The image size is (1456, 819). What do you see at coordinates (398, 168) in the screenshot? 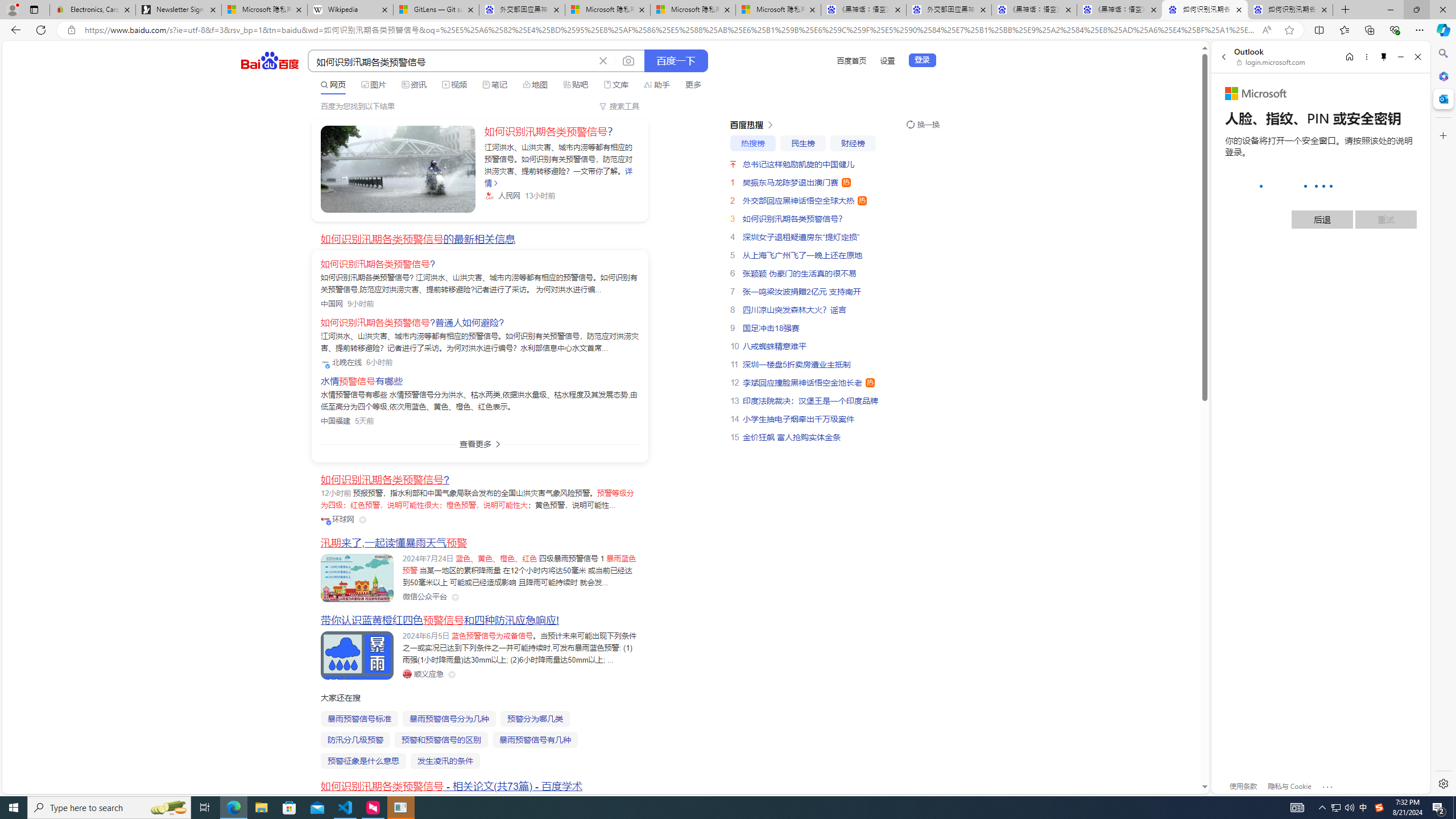
I see `'Class: sc-link _link_kwqvb_2 -v-color-primary block'` at bounding box center [398, 168].